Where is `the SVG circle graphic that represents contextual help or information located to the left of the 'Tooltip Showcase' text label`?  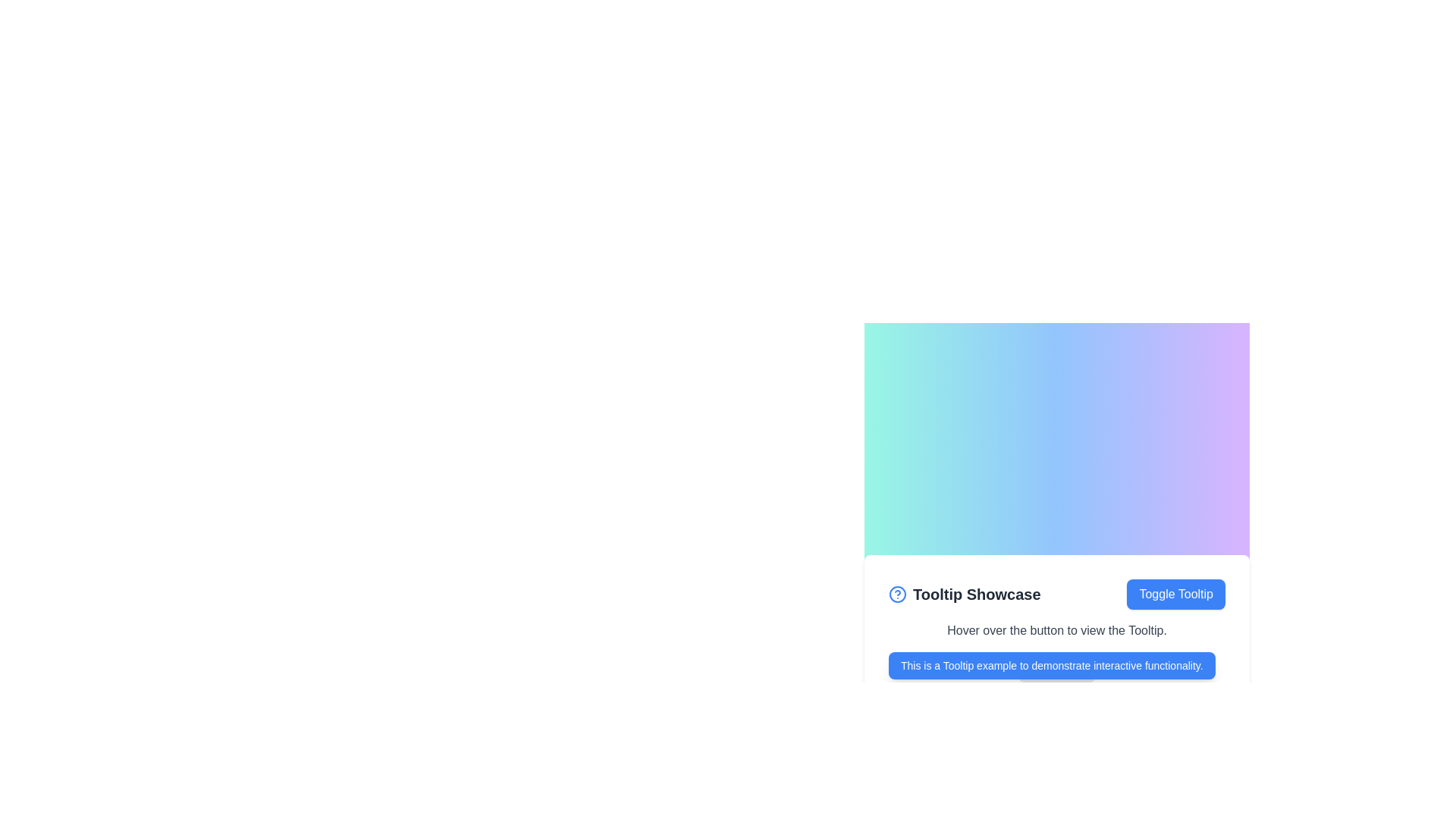 the SVG circle graphic that represents contextual help or information located to the left of the 'Tooltip Showcase' text label is located at coordinates (898, 593).